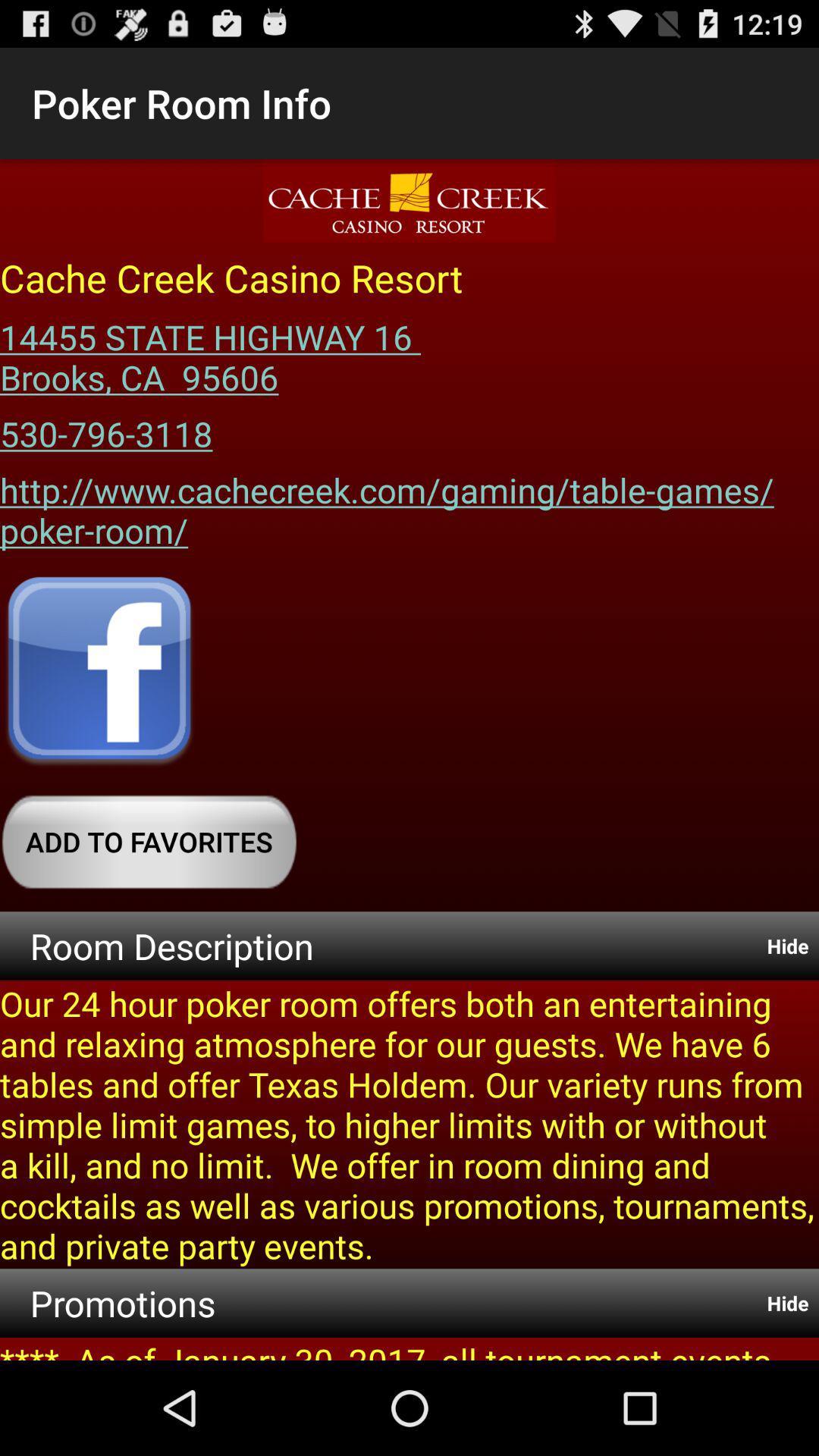 This screenshot has height=1456, width=819. Describe the element at coordinates (105, 428) in the screenshot. I see `the item below 14455 state highway app` at that location.